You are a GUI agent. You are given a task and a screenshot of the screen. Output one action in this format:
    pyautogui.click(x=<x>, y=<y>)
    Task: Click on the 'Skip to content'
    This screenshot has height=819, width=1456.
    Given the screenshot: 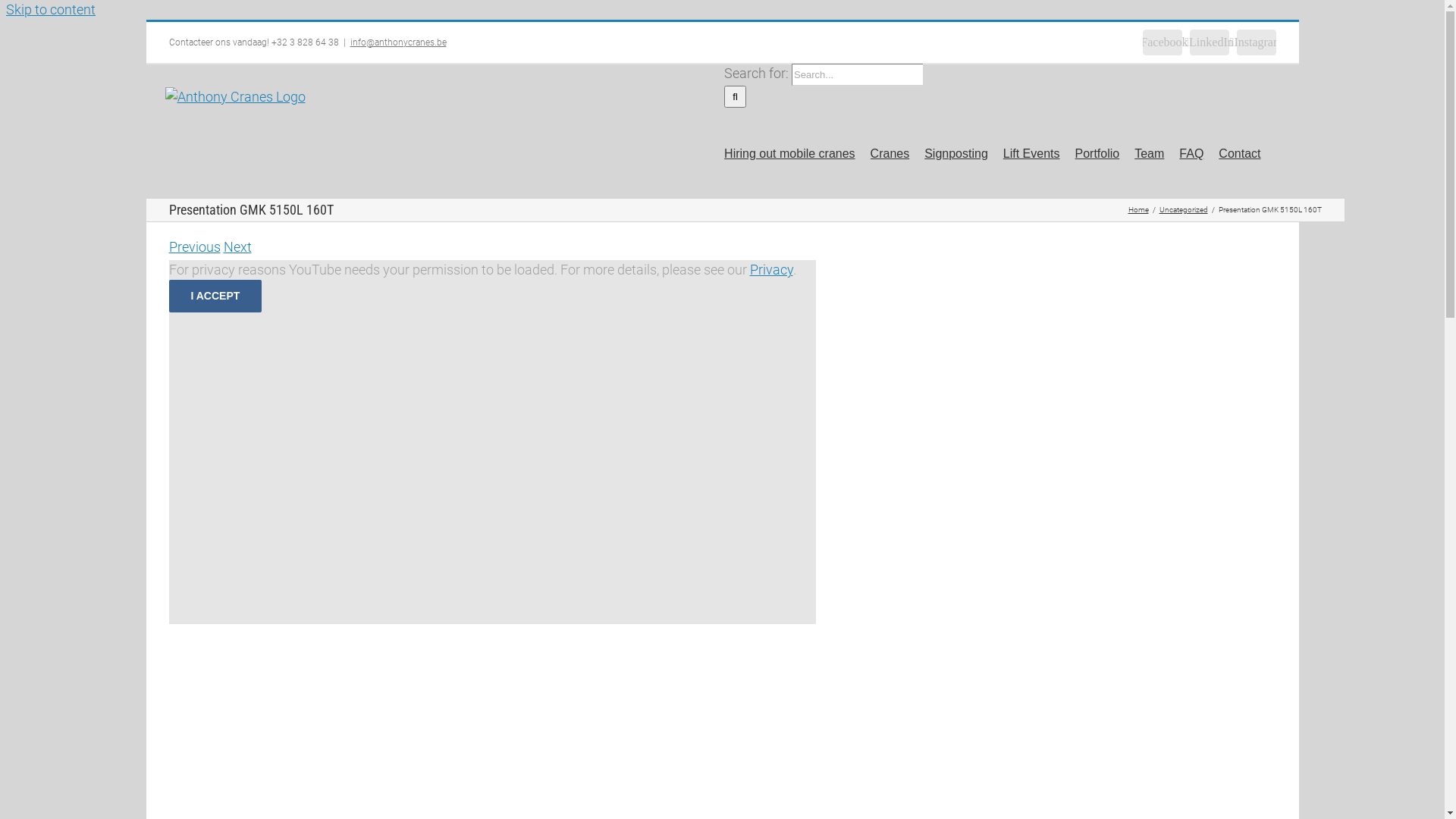 What is the action you would take?
    pyautogui.click(x=51, y=9)
    